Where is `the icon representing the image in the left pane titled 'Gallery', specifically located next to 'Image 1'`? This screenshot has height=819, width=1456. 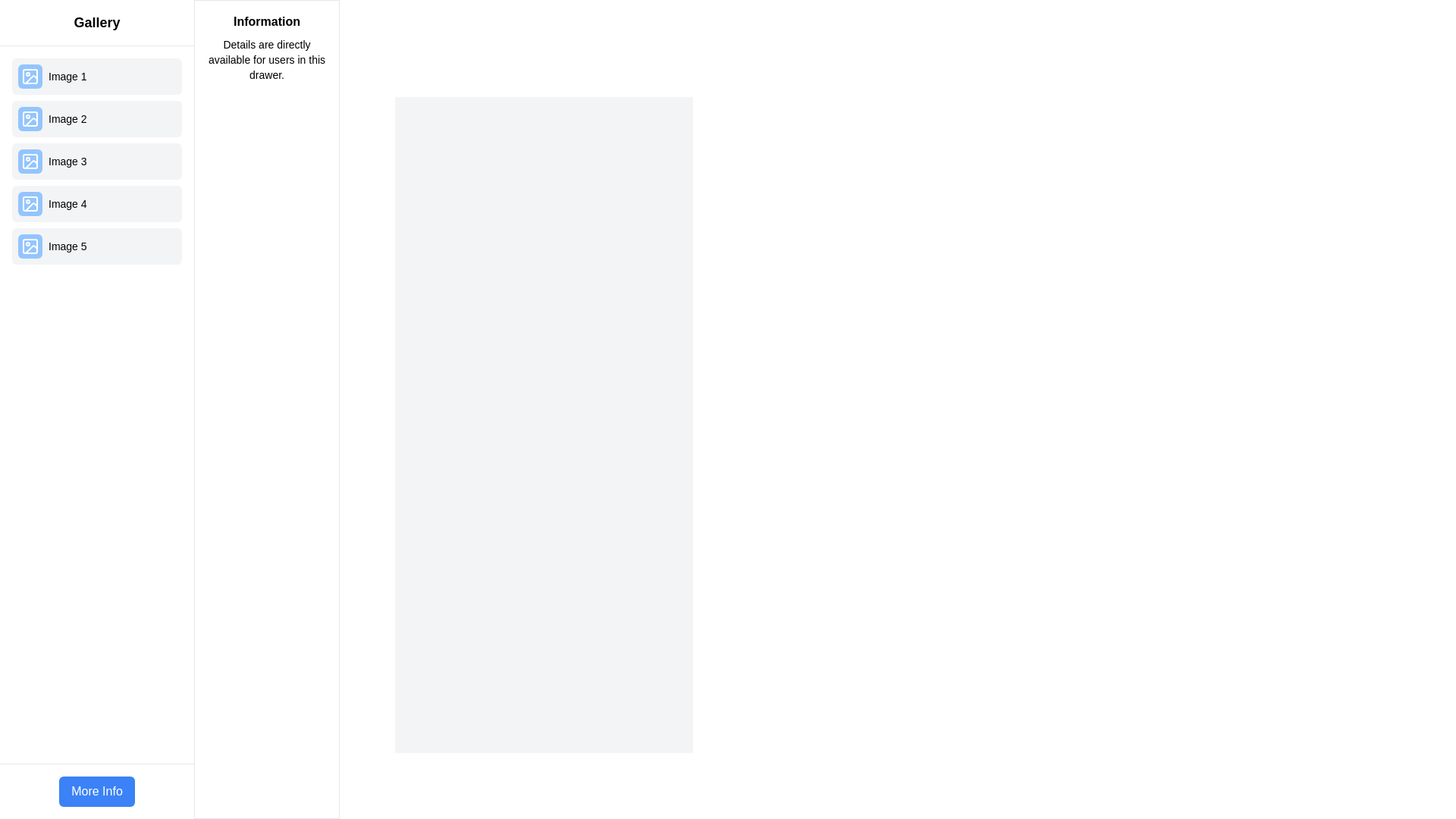
the icon representing the image in the left pane titled 'Gallery', specifically located next to 'Image 1' is located at coordinates (30, 76).